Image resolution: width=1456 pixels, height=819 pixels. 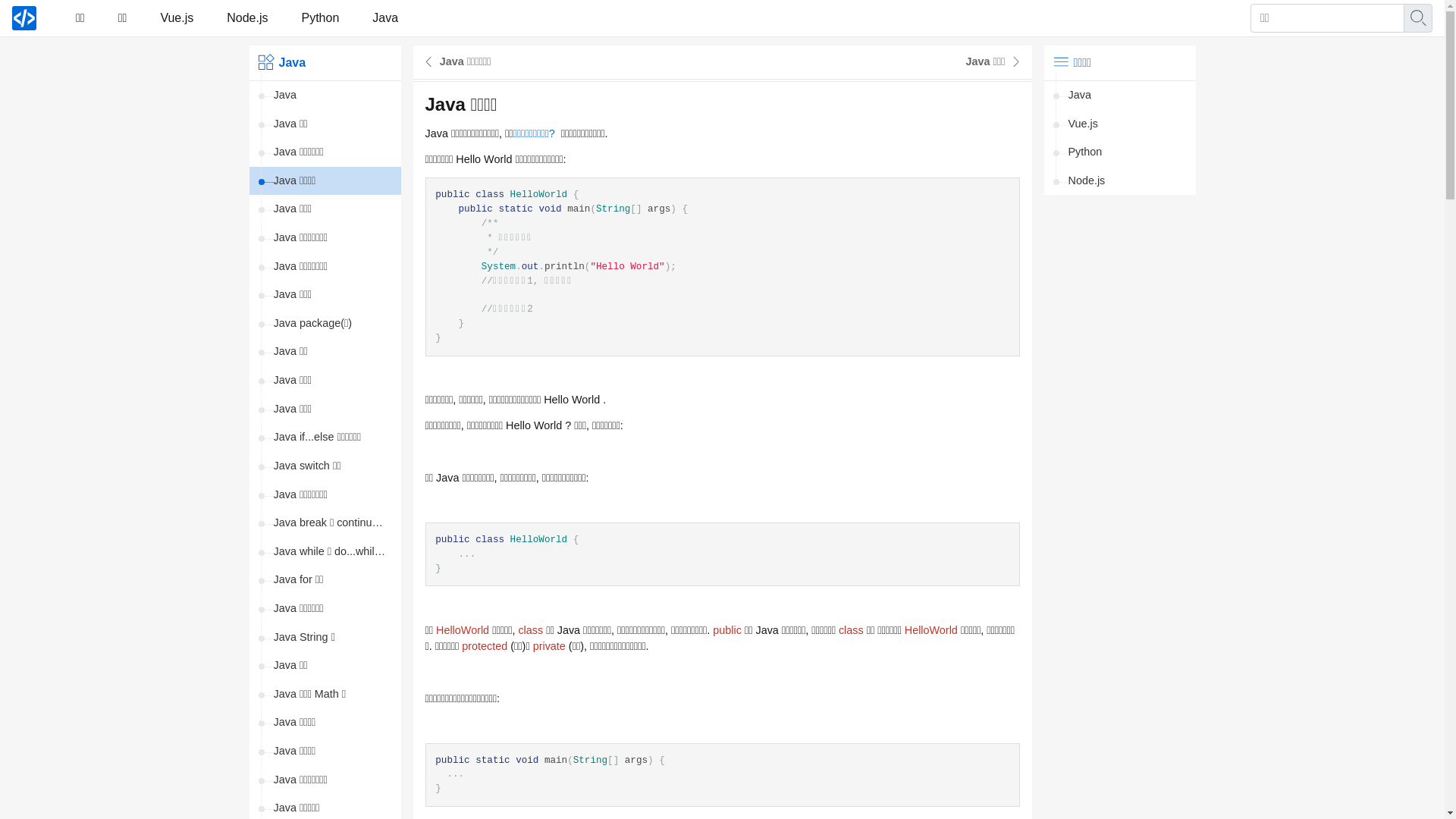 I want to click on 'Java', so click(x=356, y=17).